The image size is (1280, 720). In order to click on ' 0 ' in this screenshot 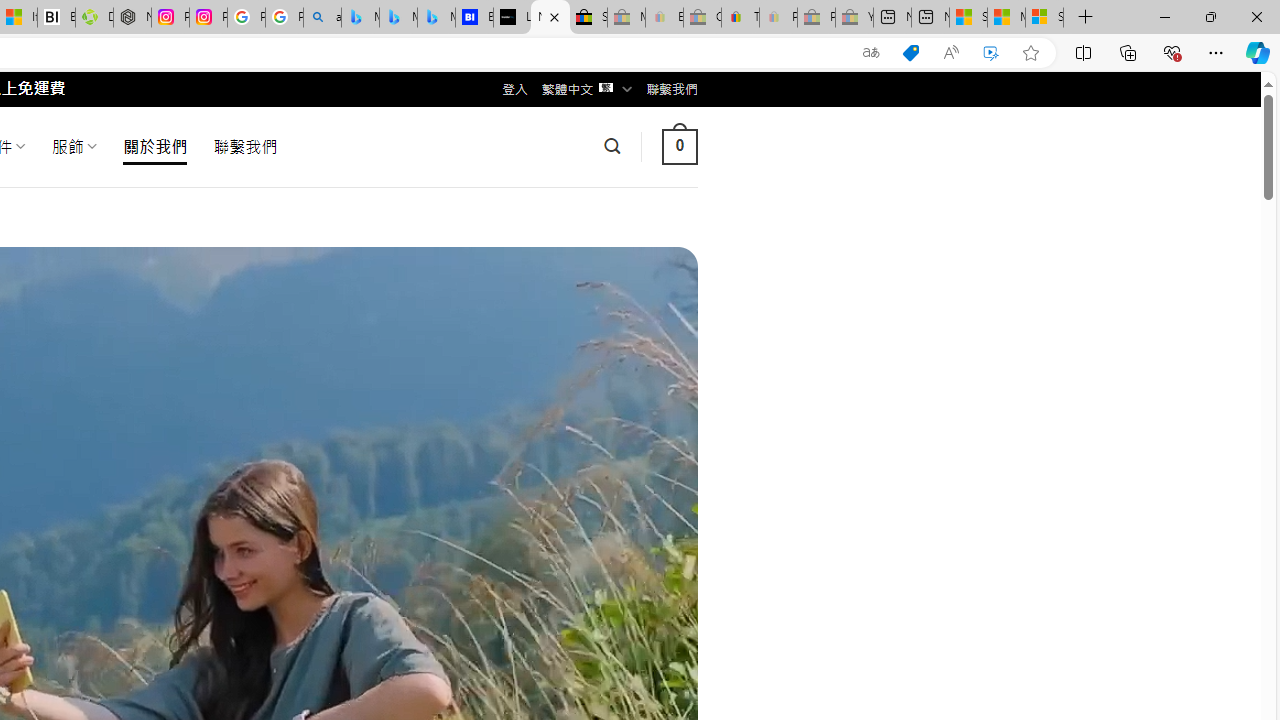, I will do `click(679, 145)`.